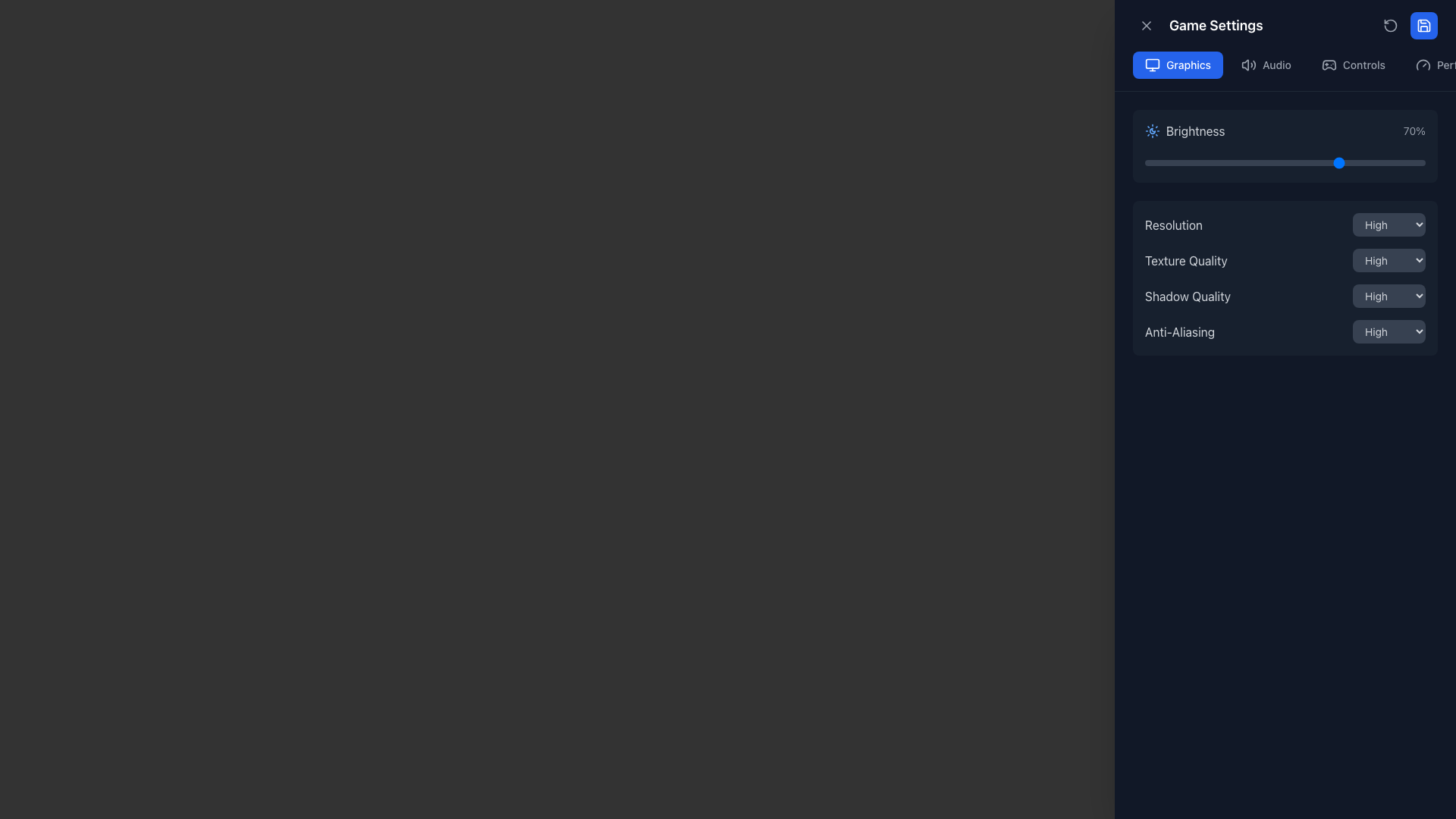  I want to click on the close button for the 'Game Settings' section, so click(1147, 26).